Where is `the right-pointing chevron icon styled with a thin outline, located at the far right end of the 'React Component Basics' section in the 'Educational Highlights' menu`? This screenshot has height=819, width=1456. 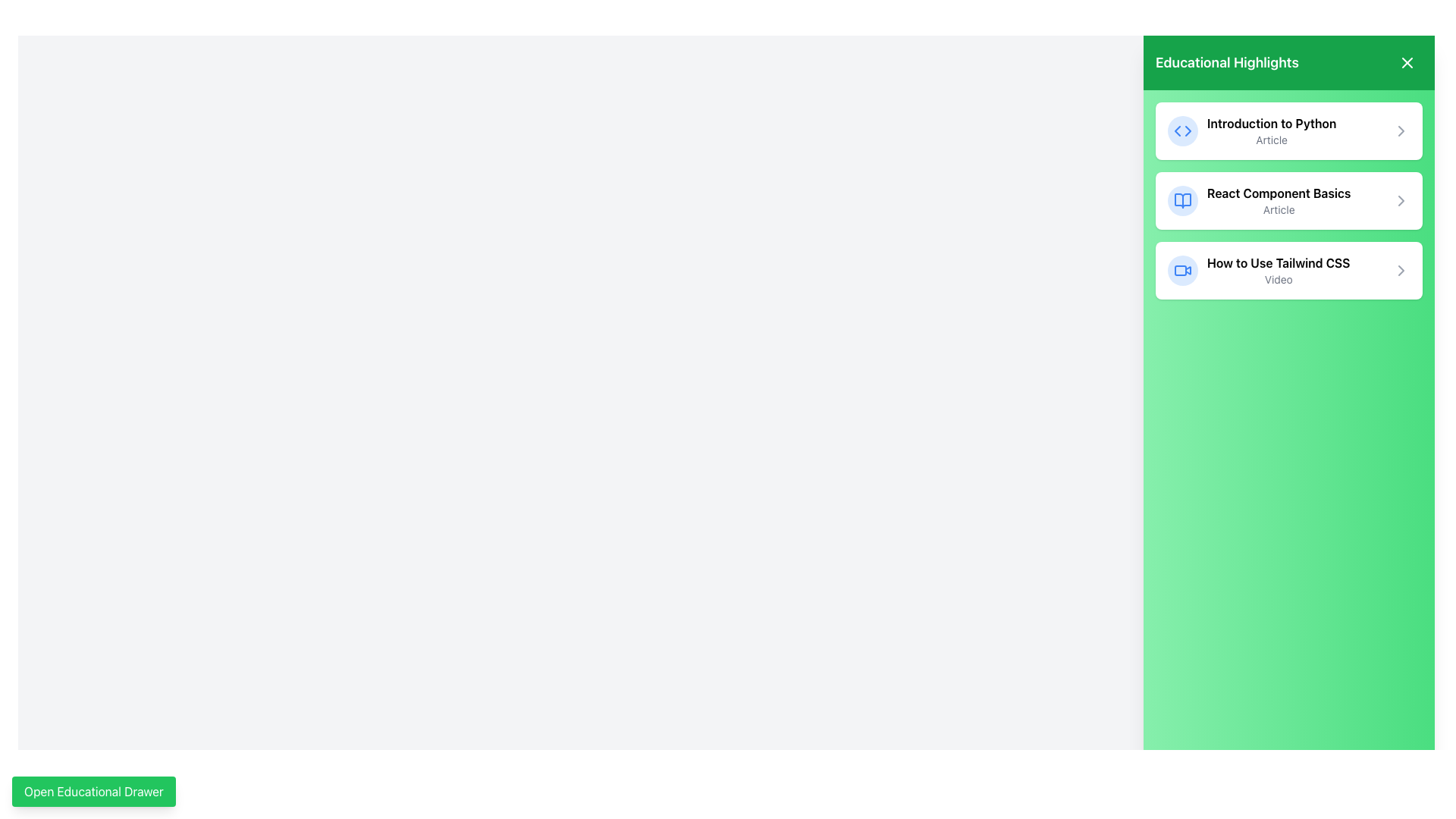
the right-pointing chevron icon styled with a thin outline, located at the far right end of the 'React Component Basics' section in the 'Educational Highlights' menu is located at coordinates (1401, 200).